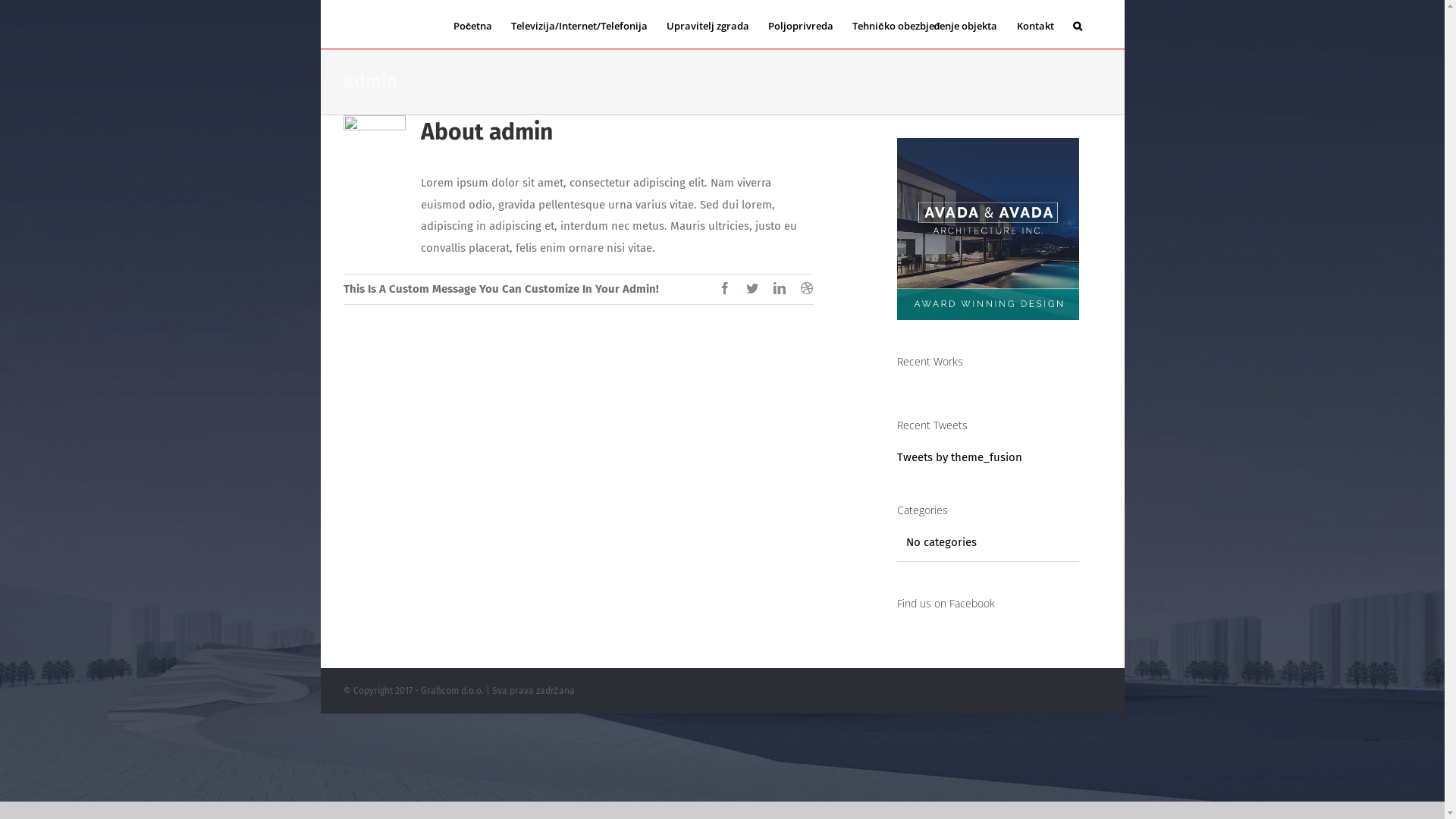 The height and width of the screenshot is (819, 1456). What do you see at coordinates (578, 24) in the screenshot?
I see `'Televizija/Internet/Telefonija'` at bounding box center [578, 24].